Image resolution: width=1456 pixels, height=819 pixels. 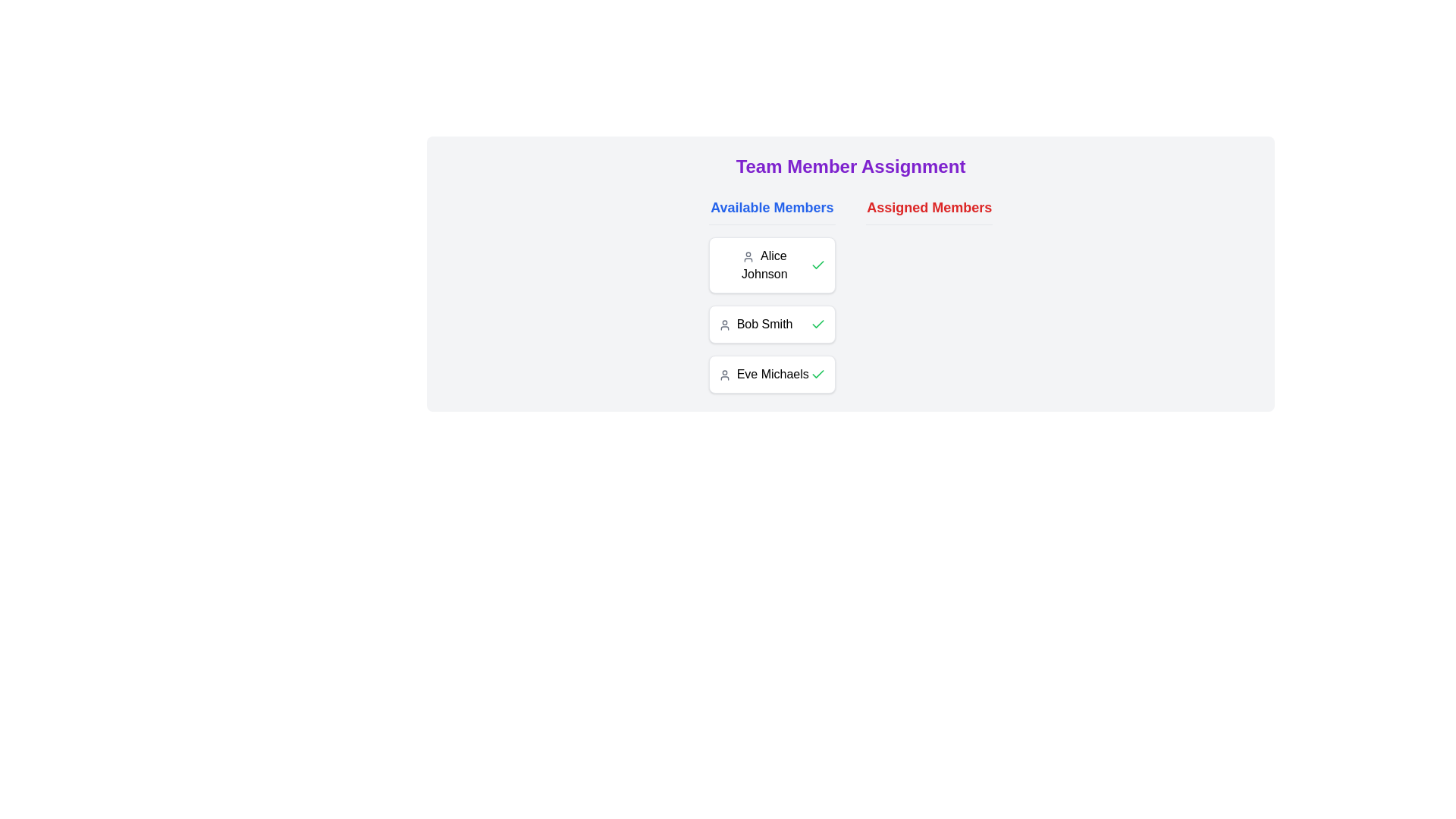 I want to click on the 'Assigned Members' section which has a bold red header, located to the right of the 'Available Members' section, so click(x=928, y=295).